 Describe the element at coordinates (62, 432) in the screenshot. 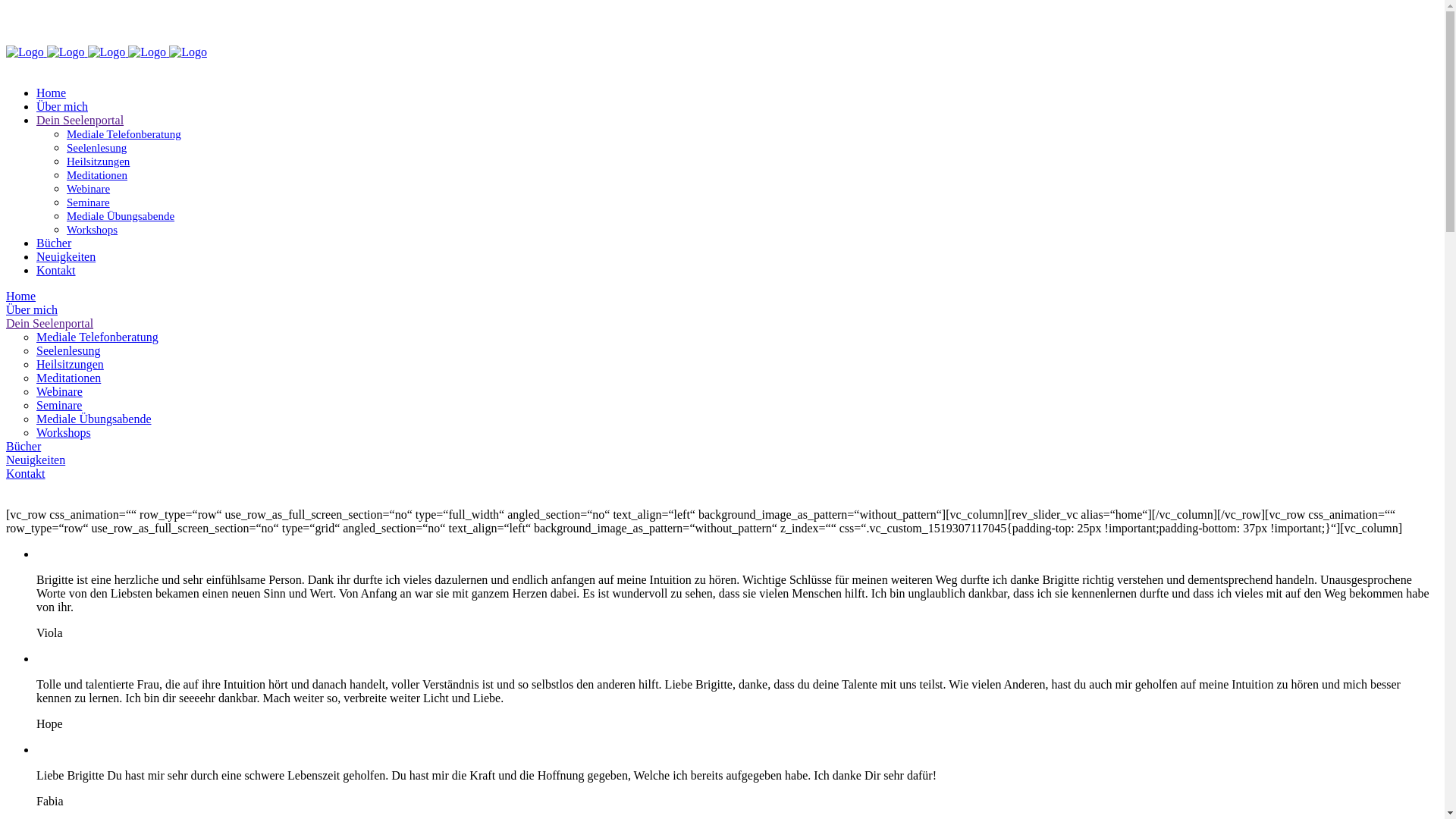

I see `'Workshops'` at that location.